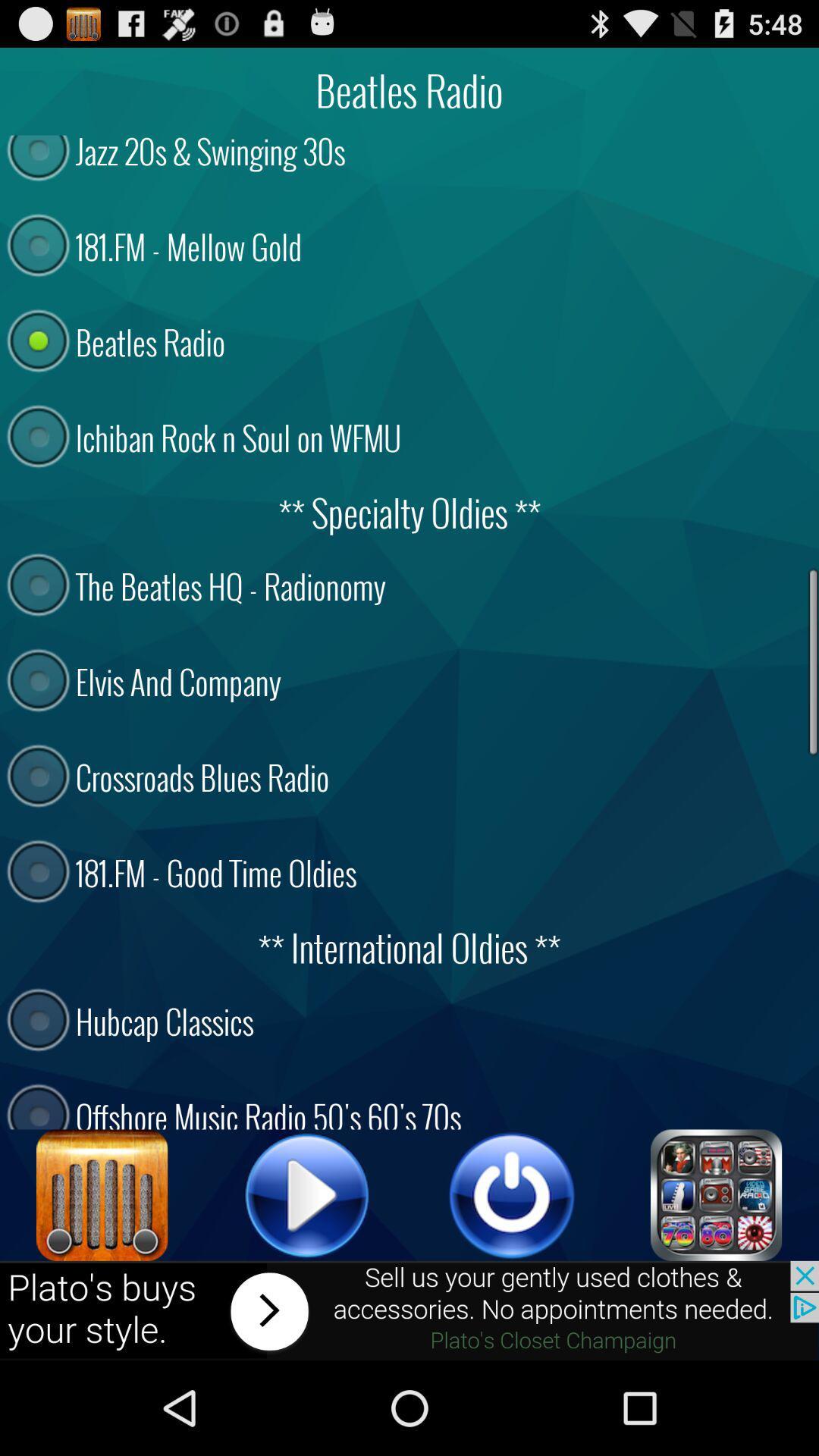  Describe the element at coordinates (102, 1194) in the screenshot. I see `open radio settings` at that location.